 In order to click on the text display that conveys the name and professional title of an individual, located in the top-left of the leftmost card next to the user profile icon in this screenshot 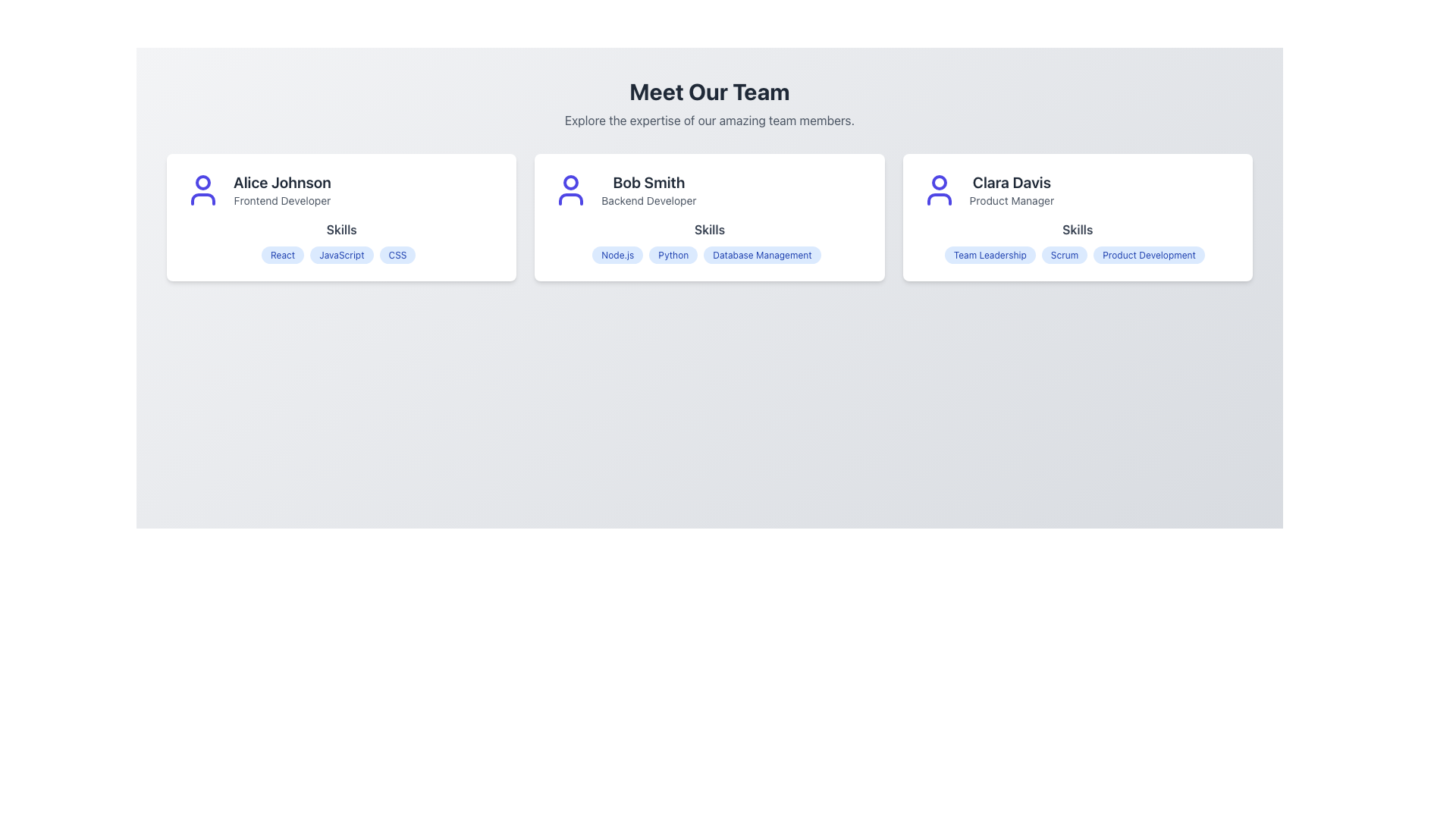, I will do `click(282, 189)`.